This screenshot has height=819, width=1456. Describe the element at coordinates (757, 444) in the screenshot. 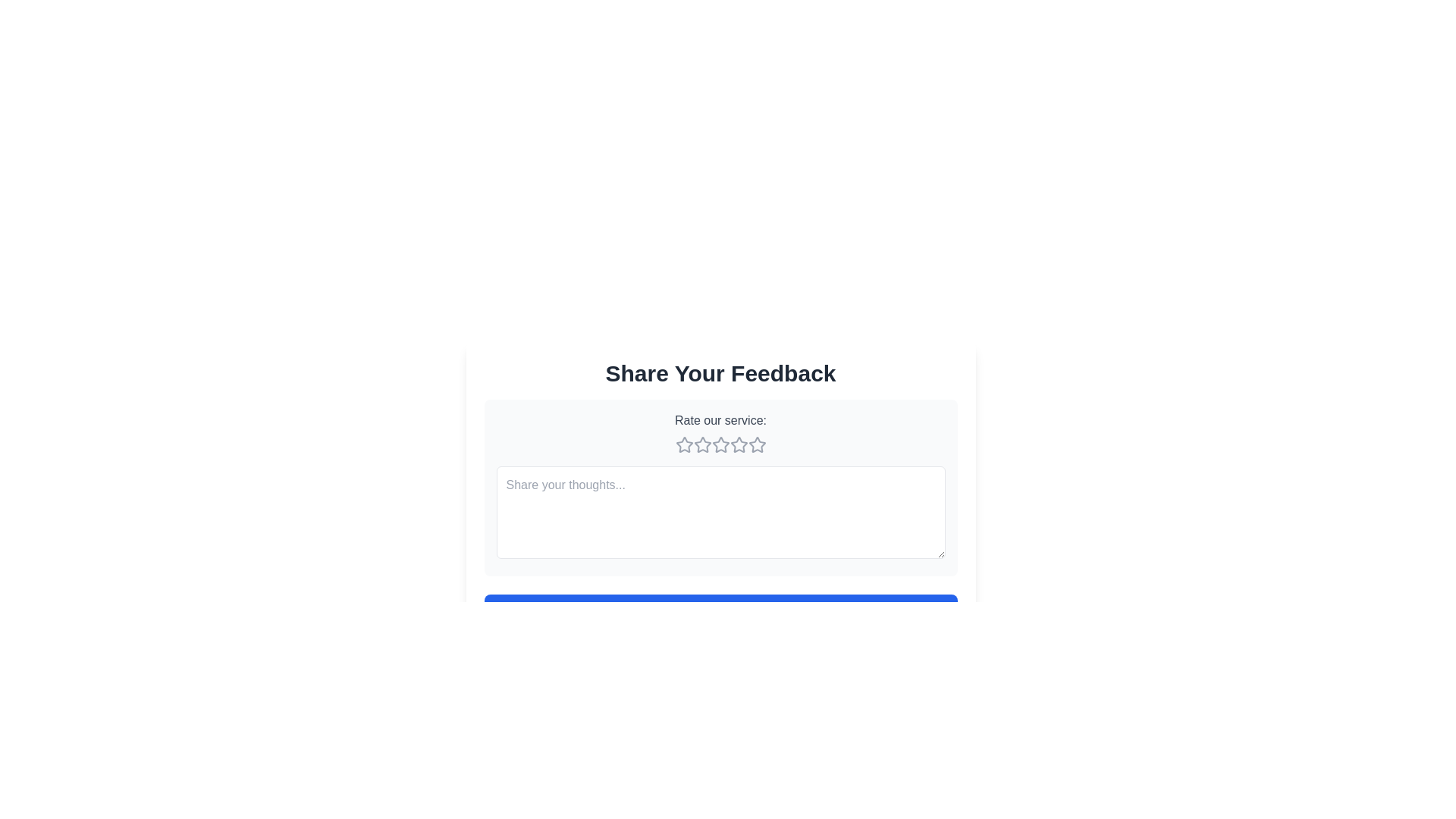

I see `the fourth star in the rating system` at that location.